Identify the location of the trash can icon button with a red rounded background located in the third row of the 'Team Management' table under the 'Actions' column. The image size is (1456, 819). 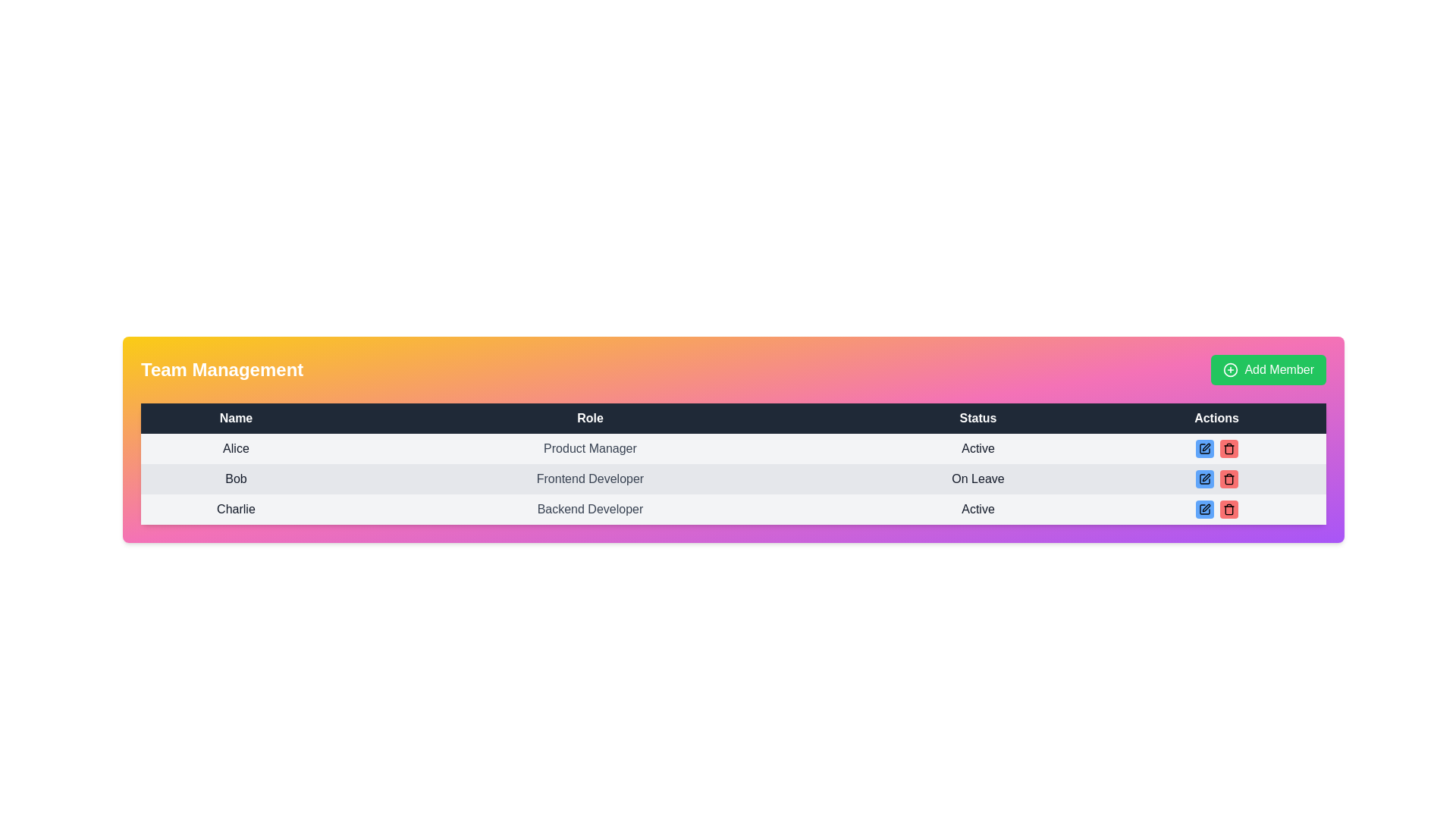
(1228, 479).